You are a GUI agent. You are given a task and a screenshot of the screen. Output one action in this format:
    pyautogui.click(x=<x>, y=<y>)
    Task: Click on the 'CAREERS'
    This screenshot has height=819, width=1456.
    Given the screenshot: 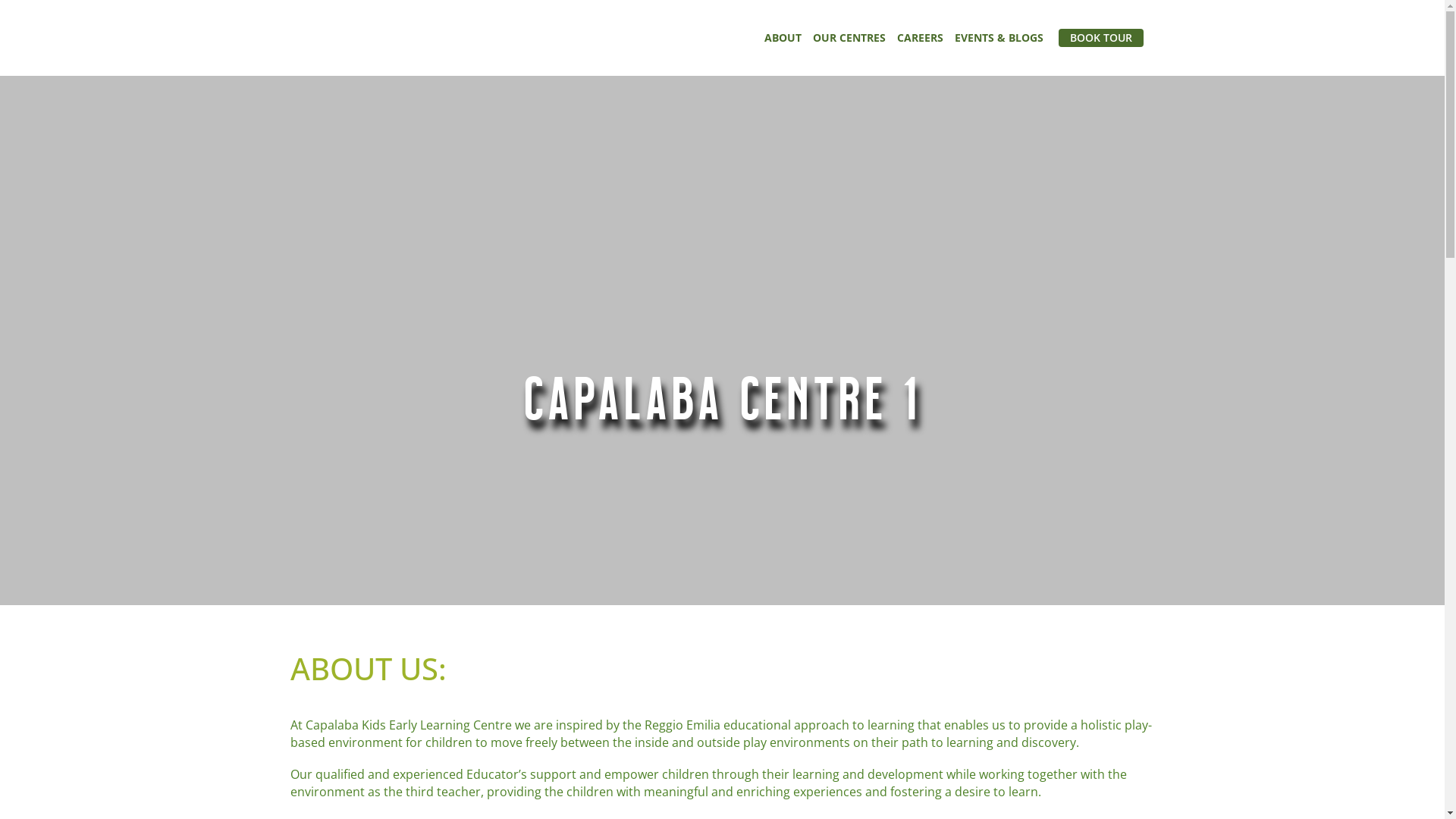 What is the action you would take?
    pyautogui.click(x=918, y=37)
    